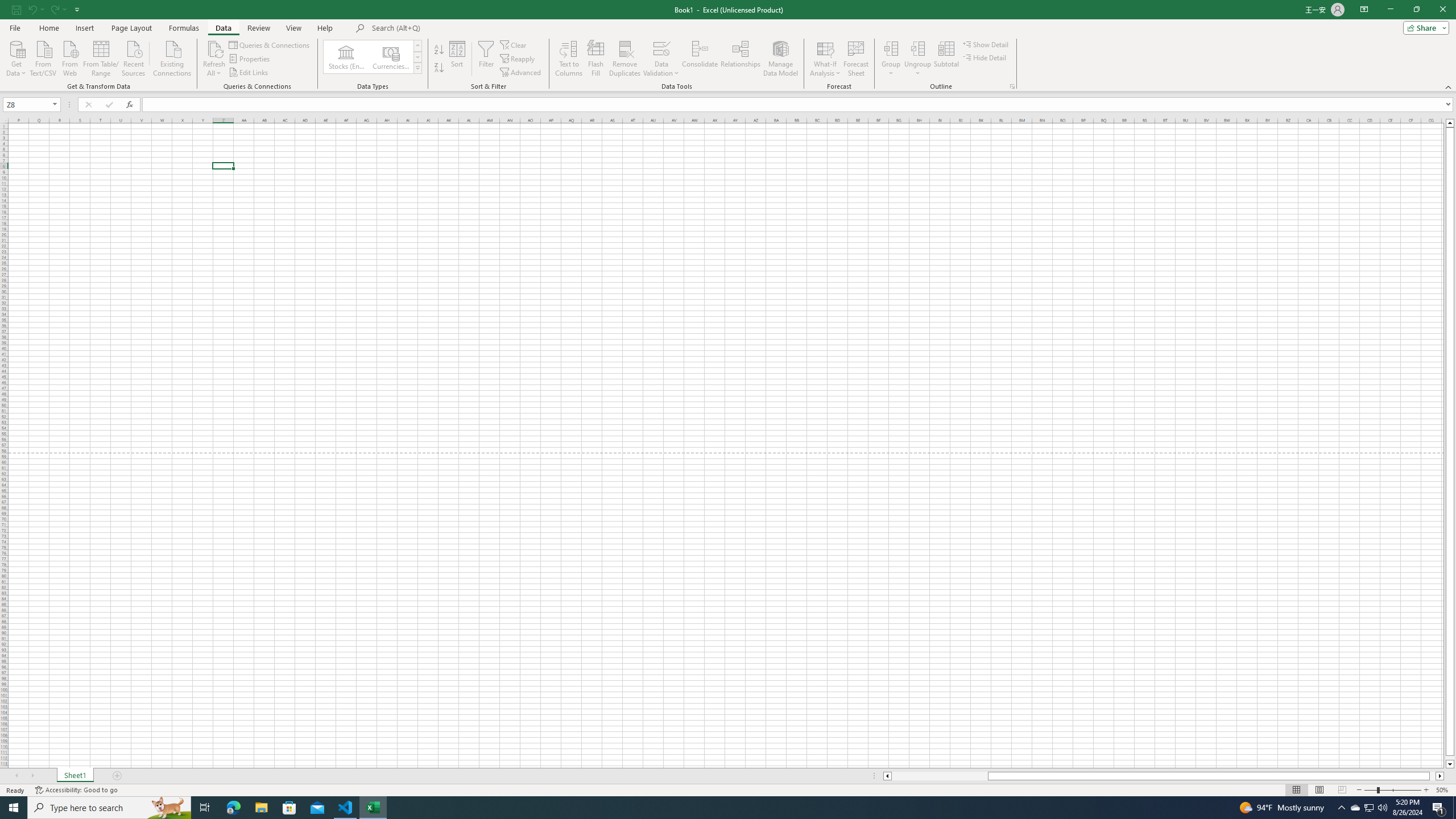  Describe the element at coordinates (84, 28) in the screenshot. I see `'Insert'` at that location.